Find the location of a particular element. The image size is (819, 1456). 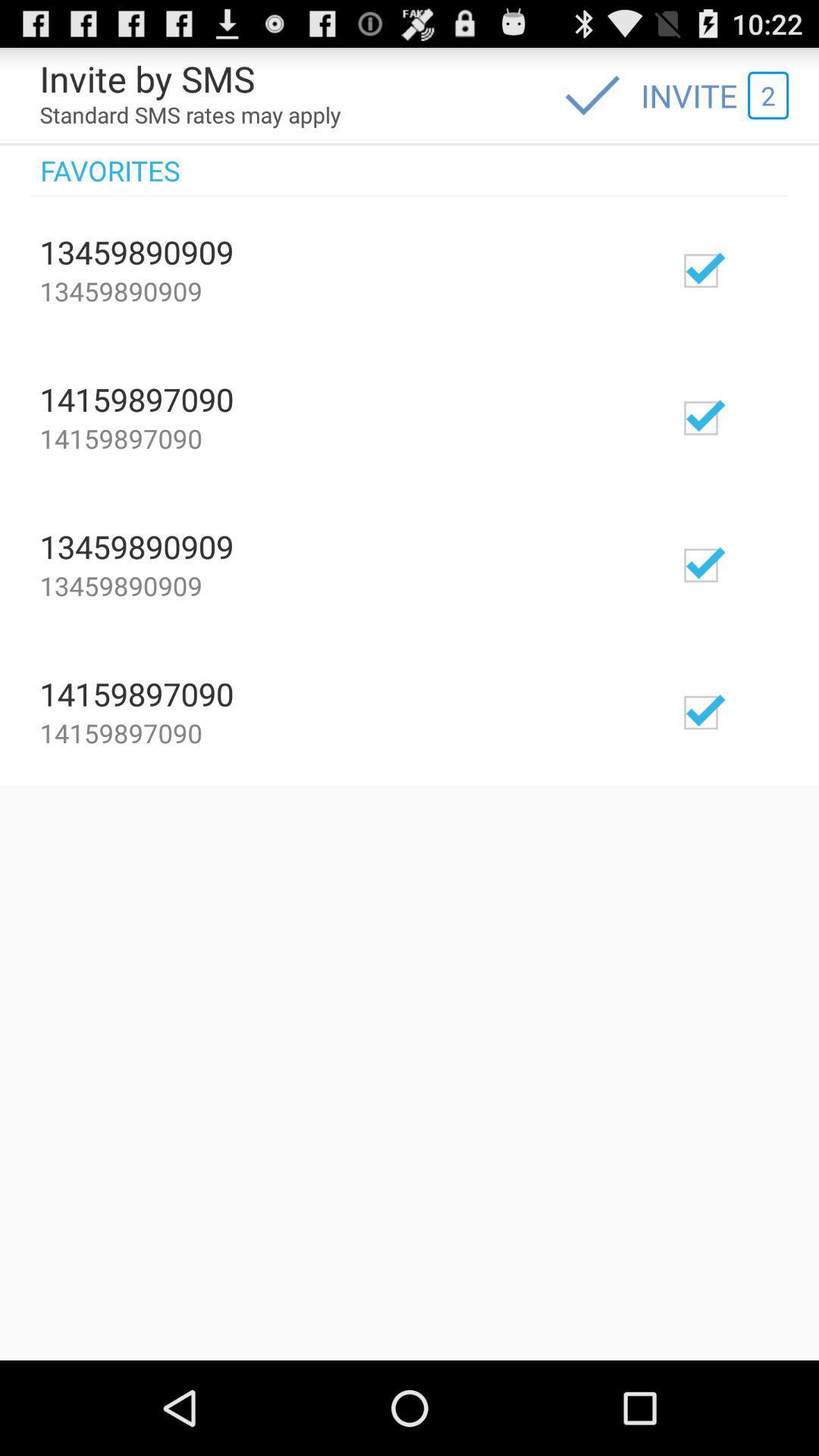

invite is located at coordinates (745, 711).